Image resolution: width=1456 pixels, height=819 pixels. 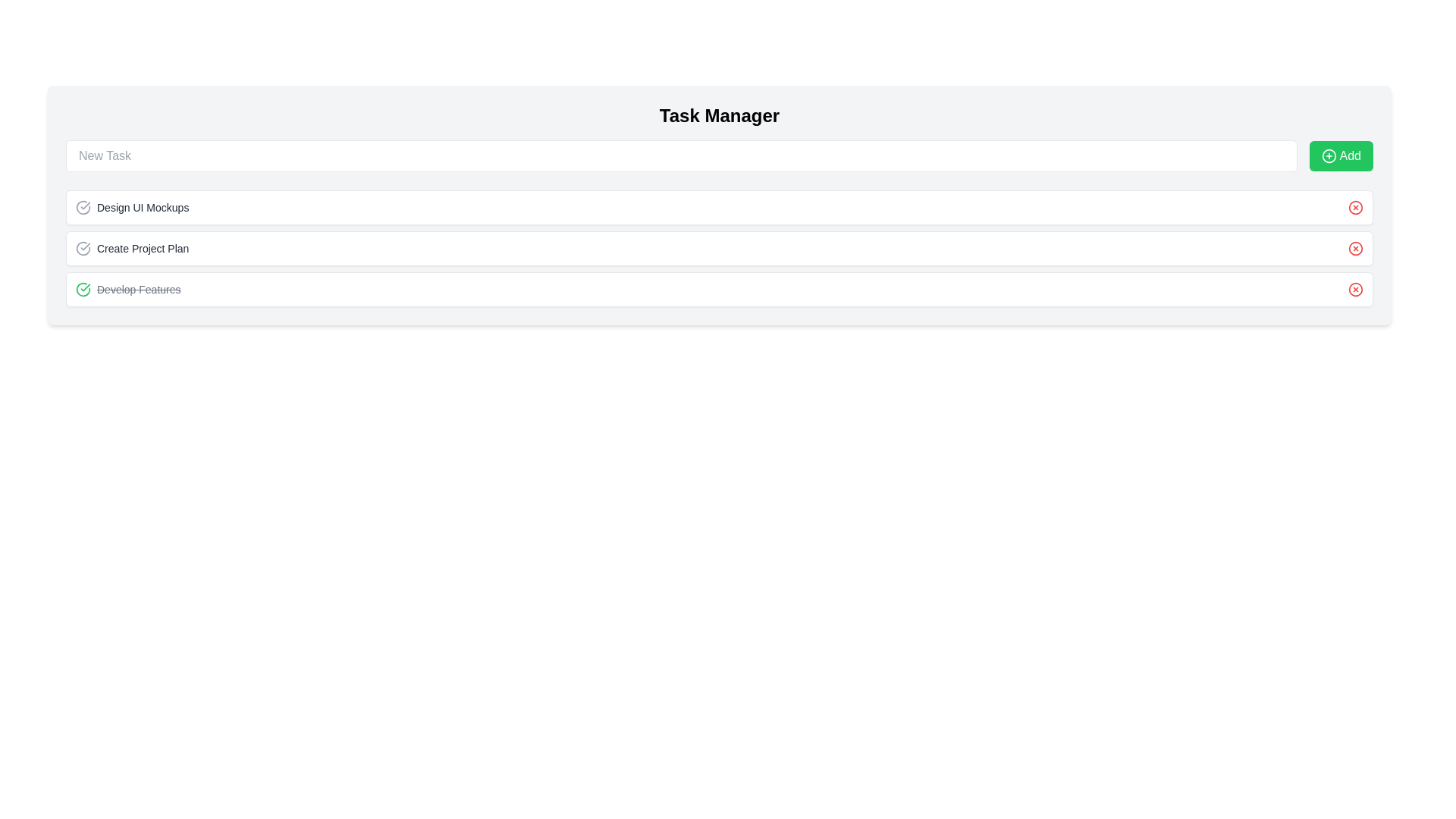 What do you see at coordinates (128, 289) in the screenshot?
I see `the text label 'Develop Features' with a strikethrough decoration and a green circular check icon to invoke its action` at bounding box center [128, 289].